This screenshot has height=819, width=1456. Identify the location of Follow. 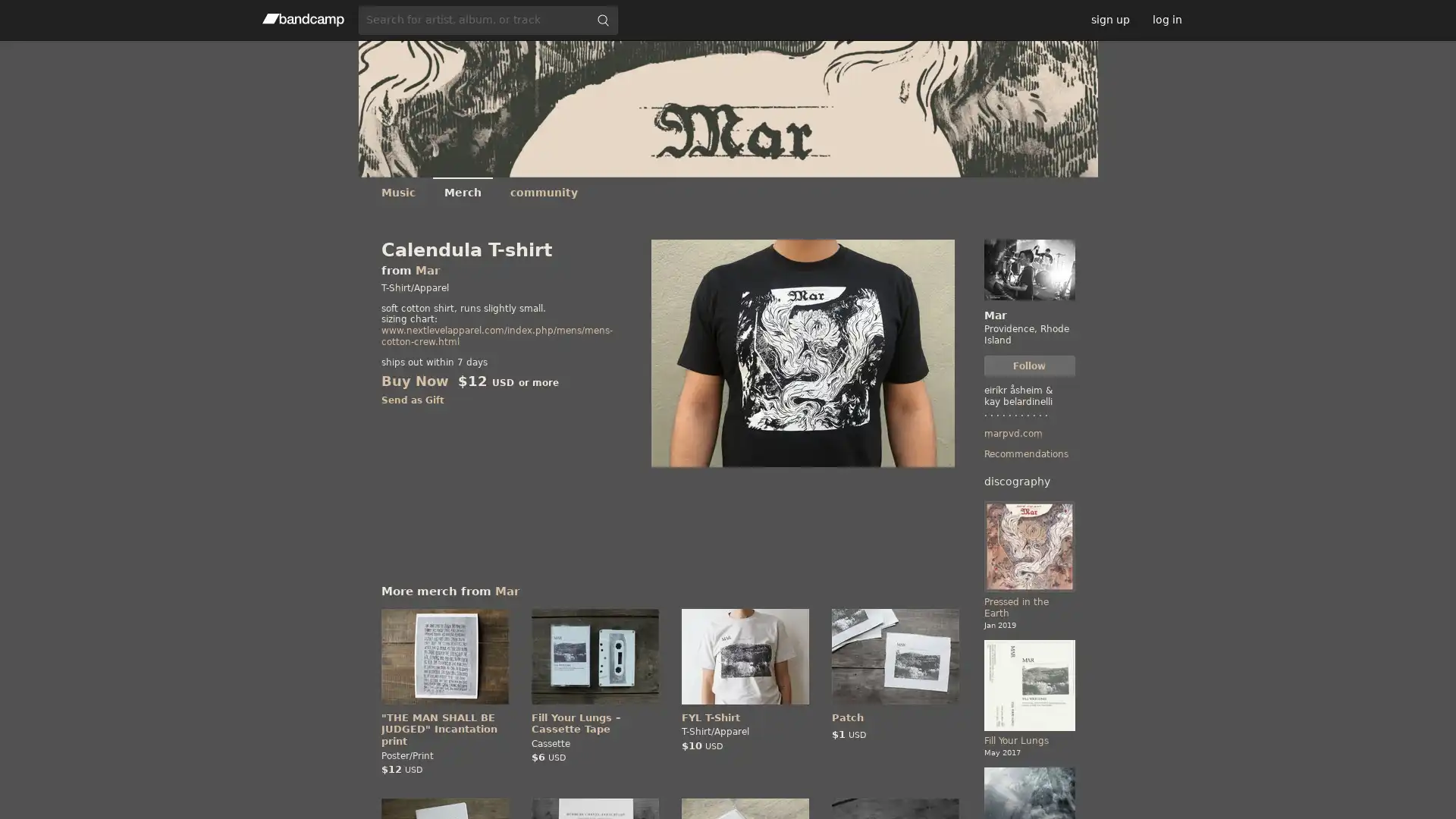
(1029, 366).